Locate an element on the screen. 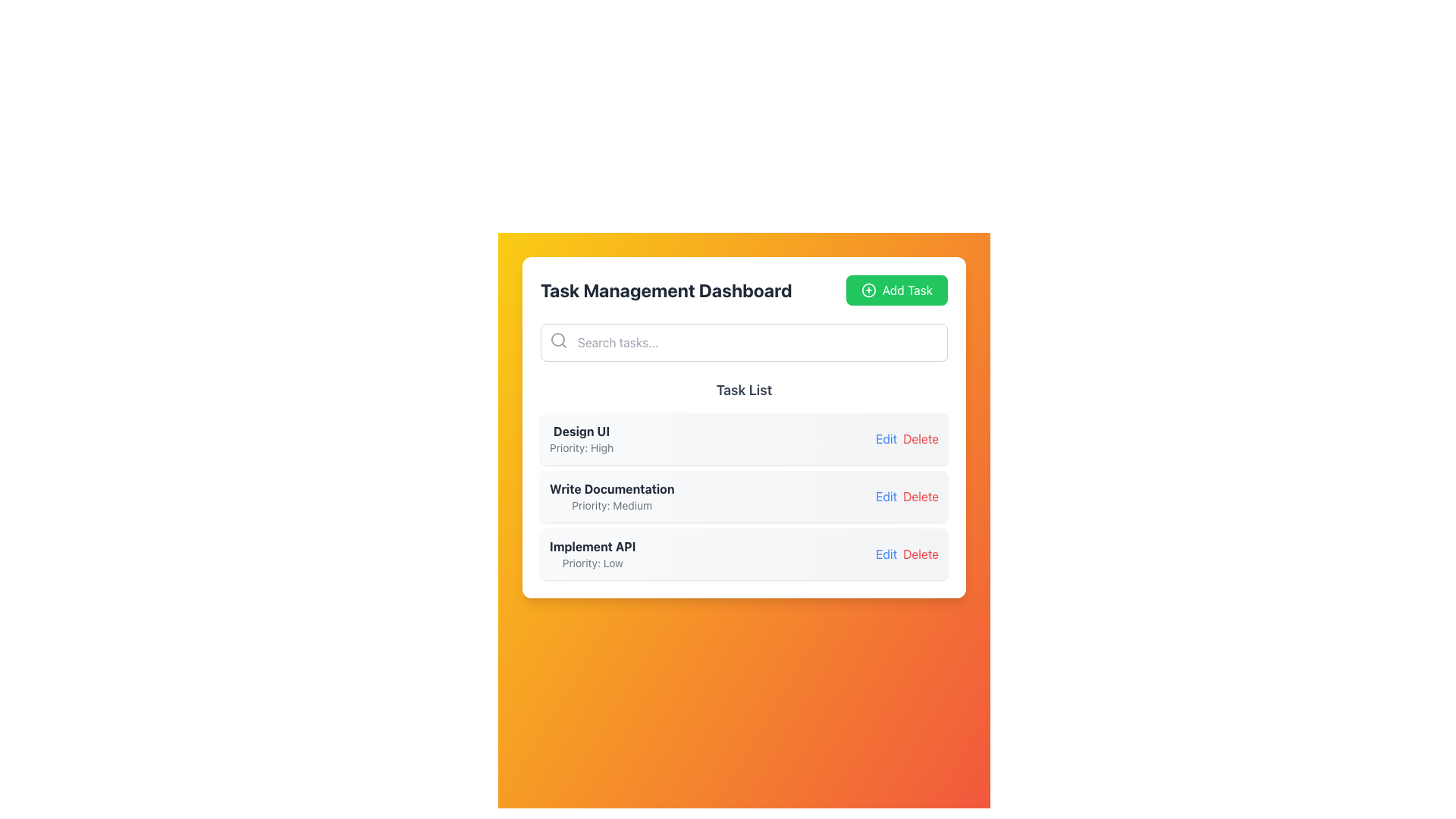  the interactive text label for editing the task titled 'Write Documentation' is located at coordinates (886, 497).